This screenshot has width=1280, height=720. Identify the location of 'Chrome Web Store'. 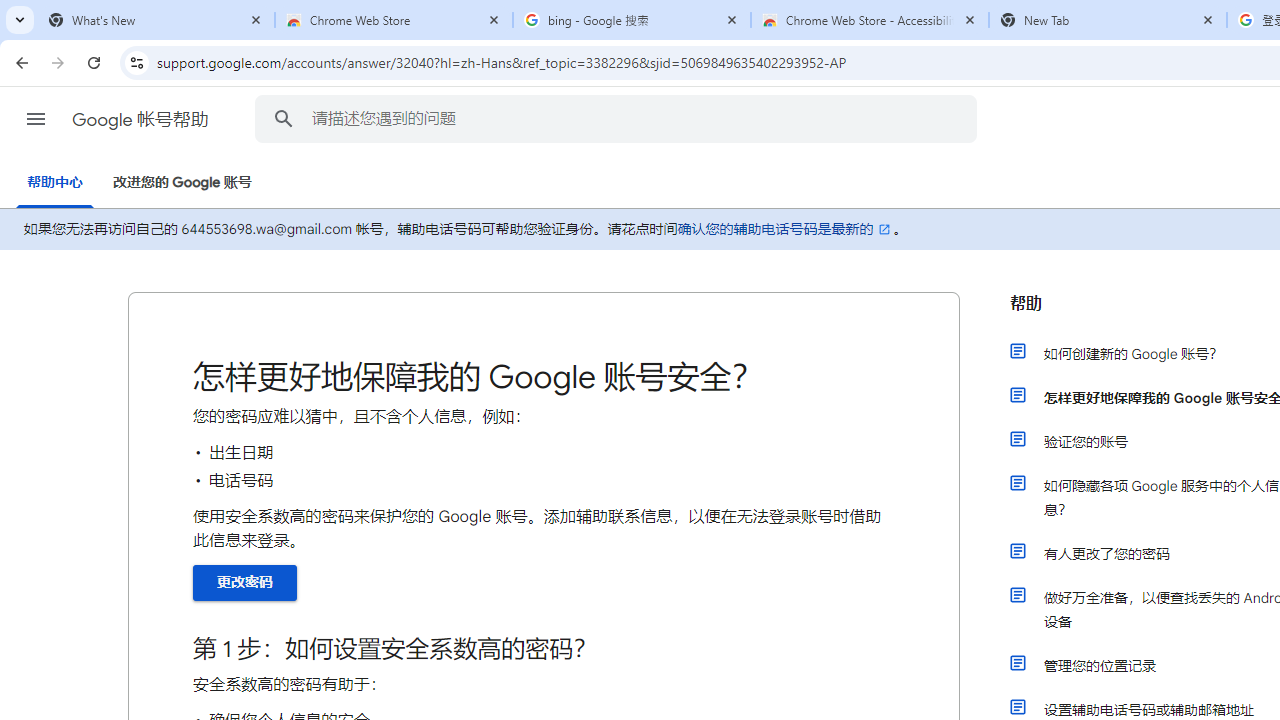
(394, 20).